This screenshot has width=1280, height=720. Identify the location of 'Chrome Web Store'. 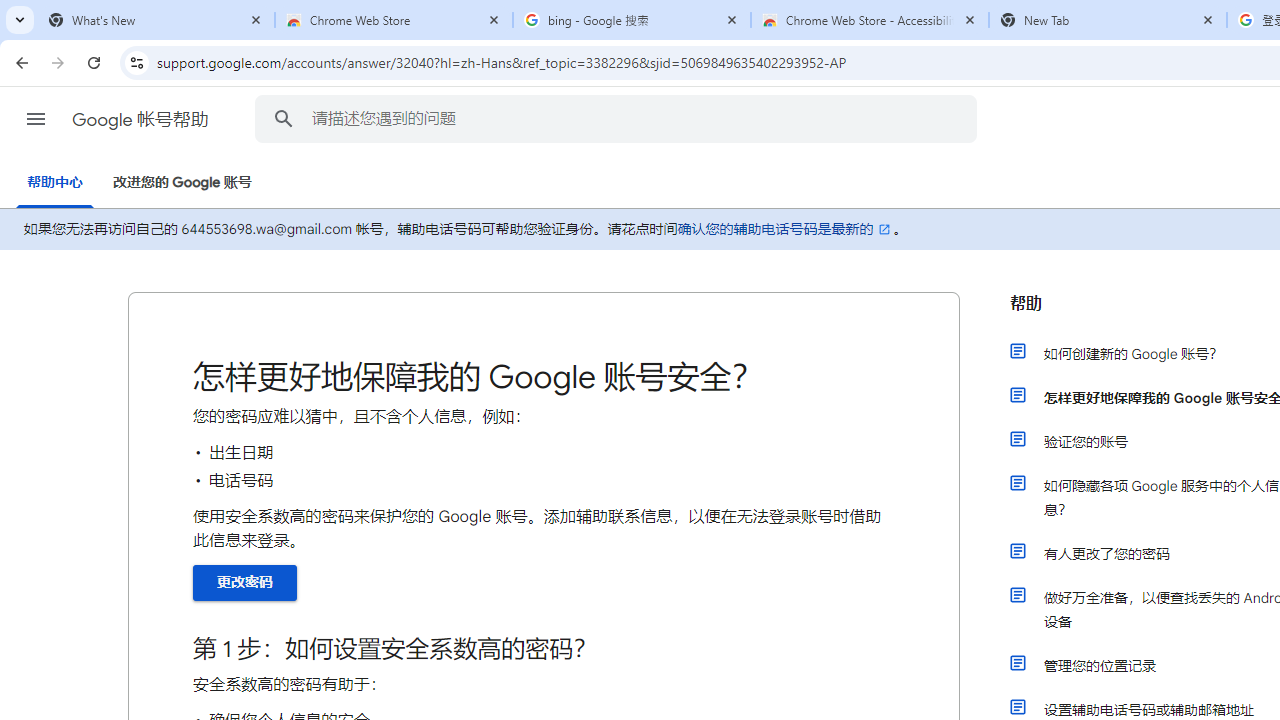
(394, 20).